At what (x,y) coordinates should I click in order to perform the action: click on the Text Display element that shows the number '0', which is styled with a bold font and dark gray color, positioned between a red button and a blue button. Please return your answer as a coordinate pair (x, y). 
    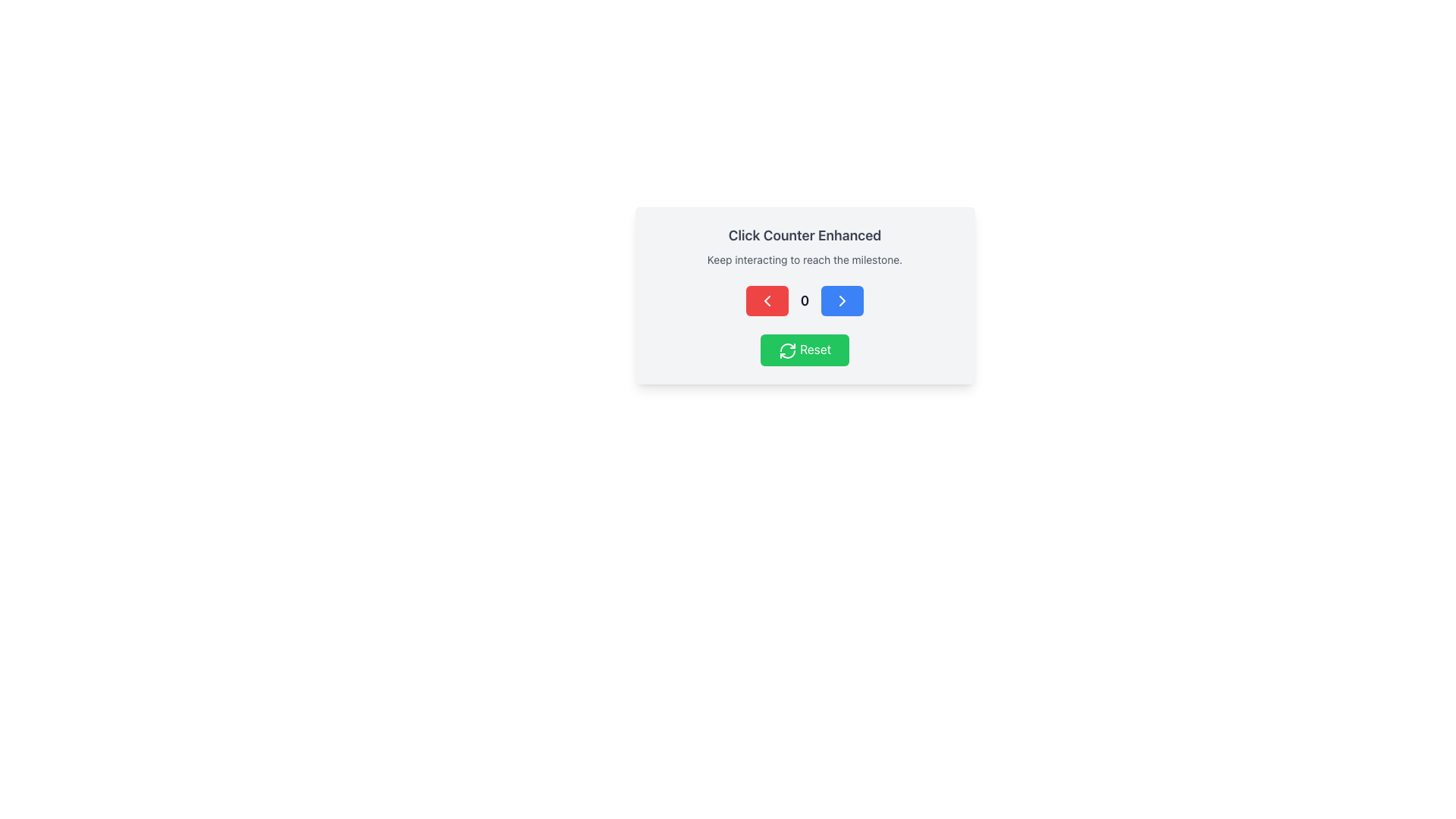
    Looking at the image, I should click on (804, 301).